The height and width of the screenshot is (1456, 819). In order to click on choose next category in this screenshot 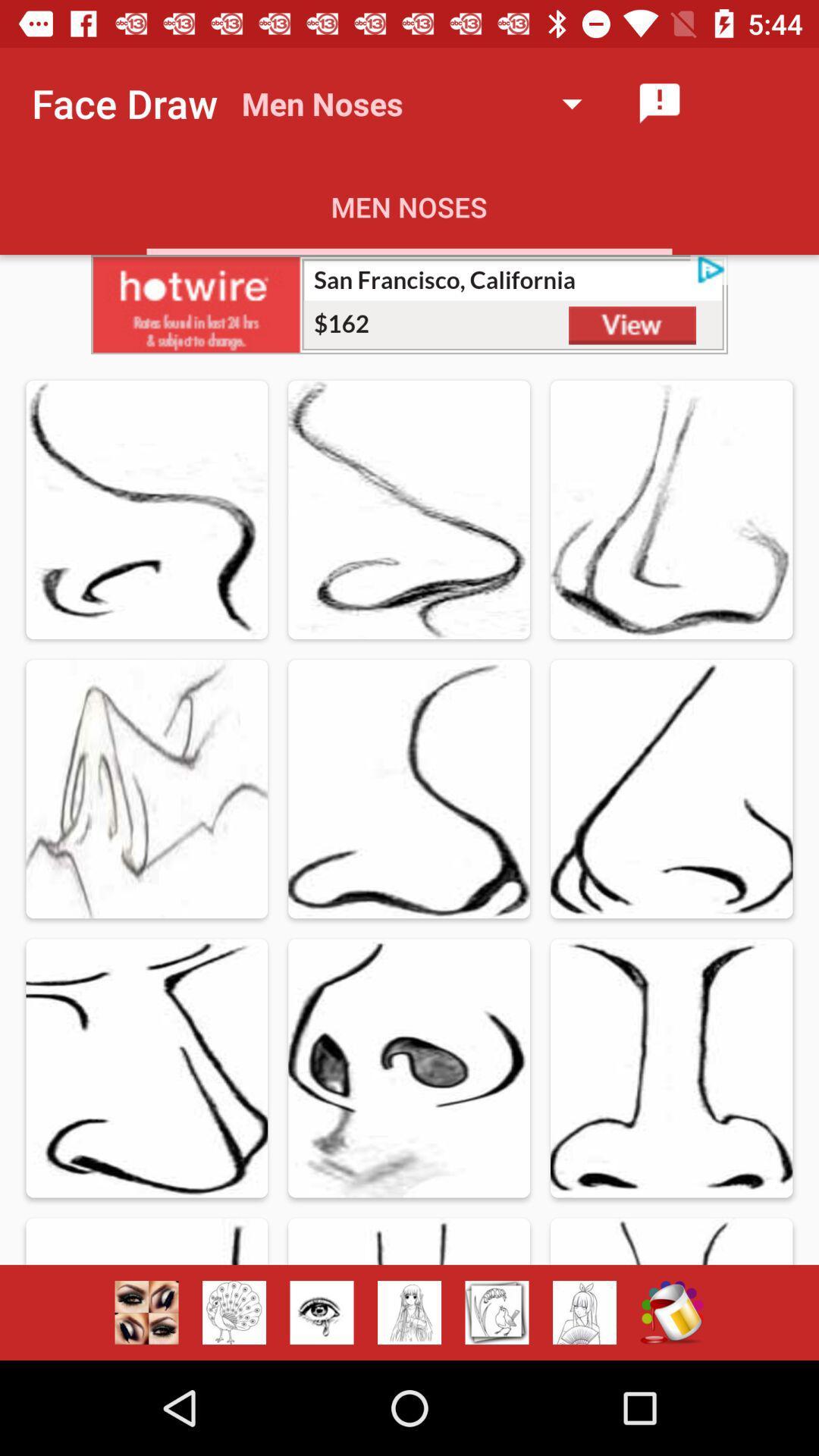, I will do `click(497, 1312)`.